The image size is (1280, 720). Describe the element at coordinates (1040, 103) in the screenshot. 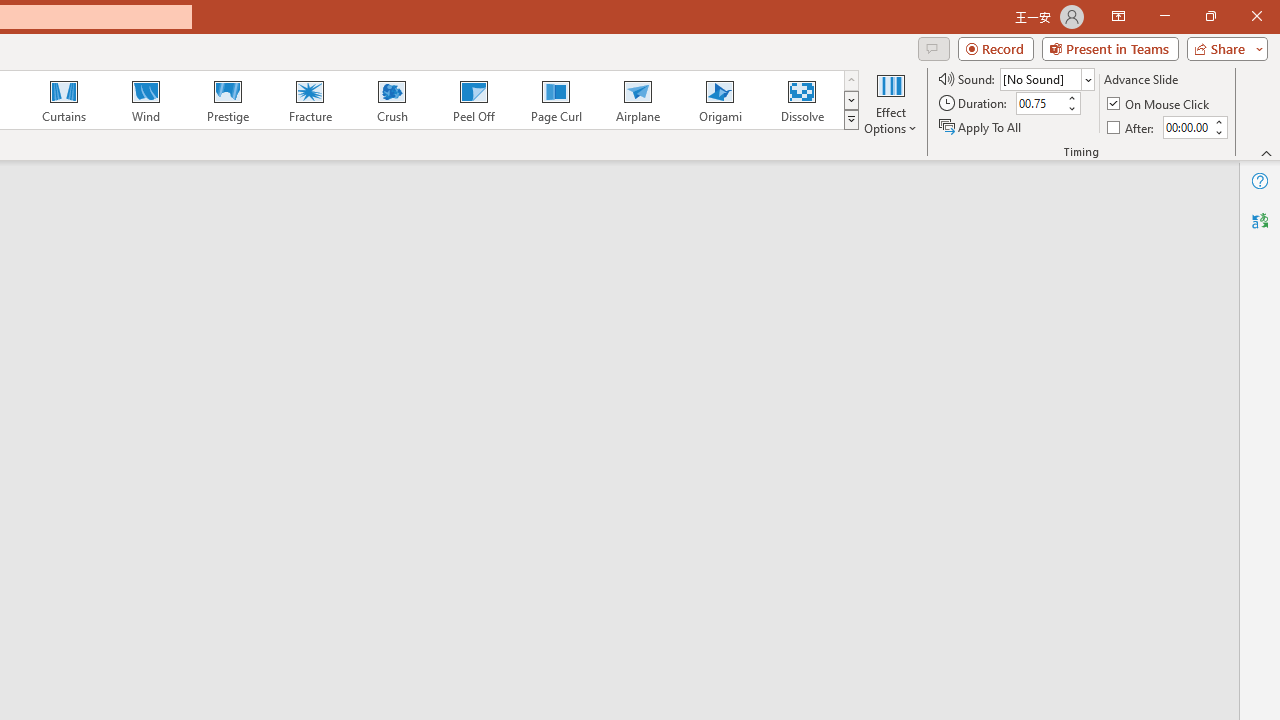

I see `'Duration'` at that location.